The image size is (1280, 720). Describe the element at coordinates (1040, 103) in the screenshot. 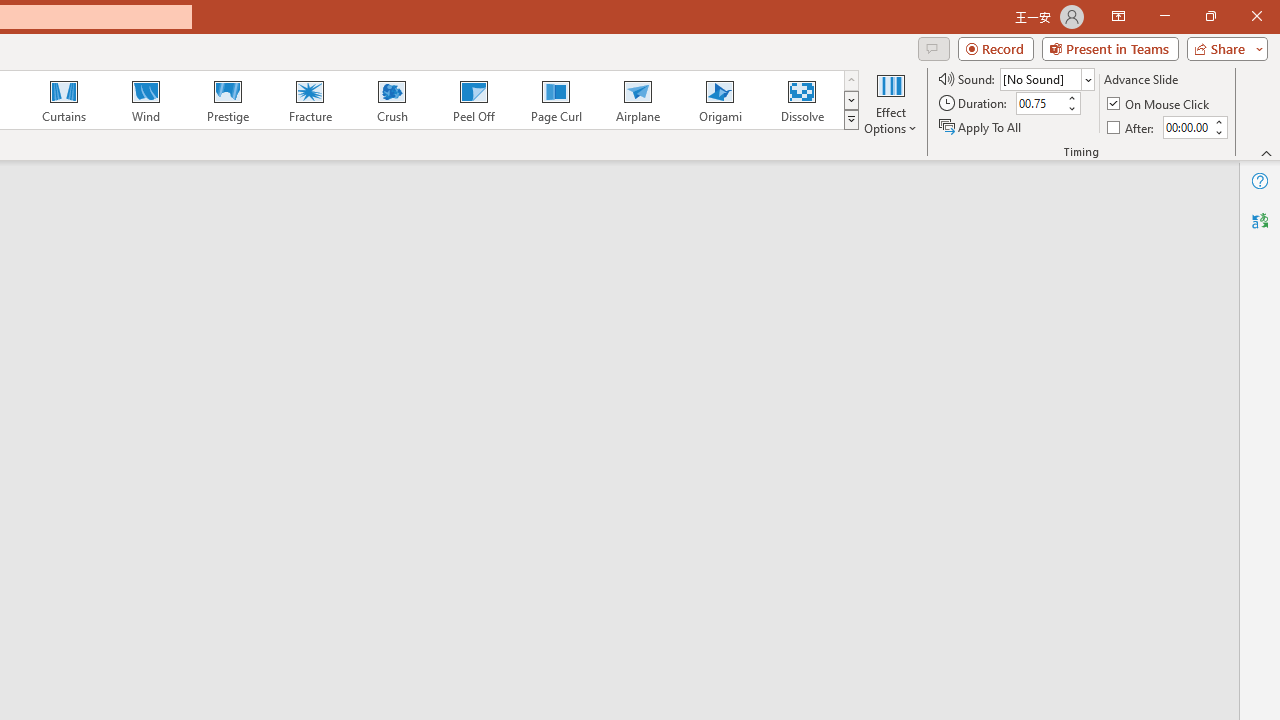

I see `'Duration'` at that location.